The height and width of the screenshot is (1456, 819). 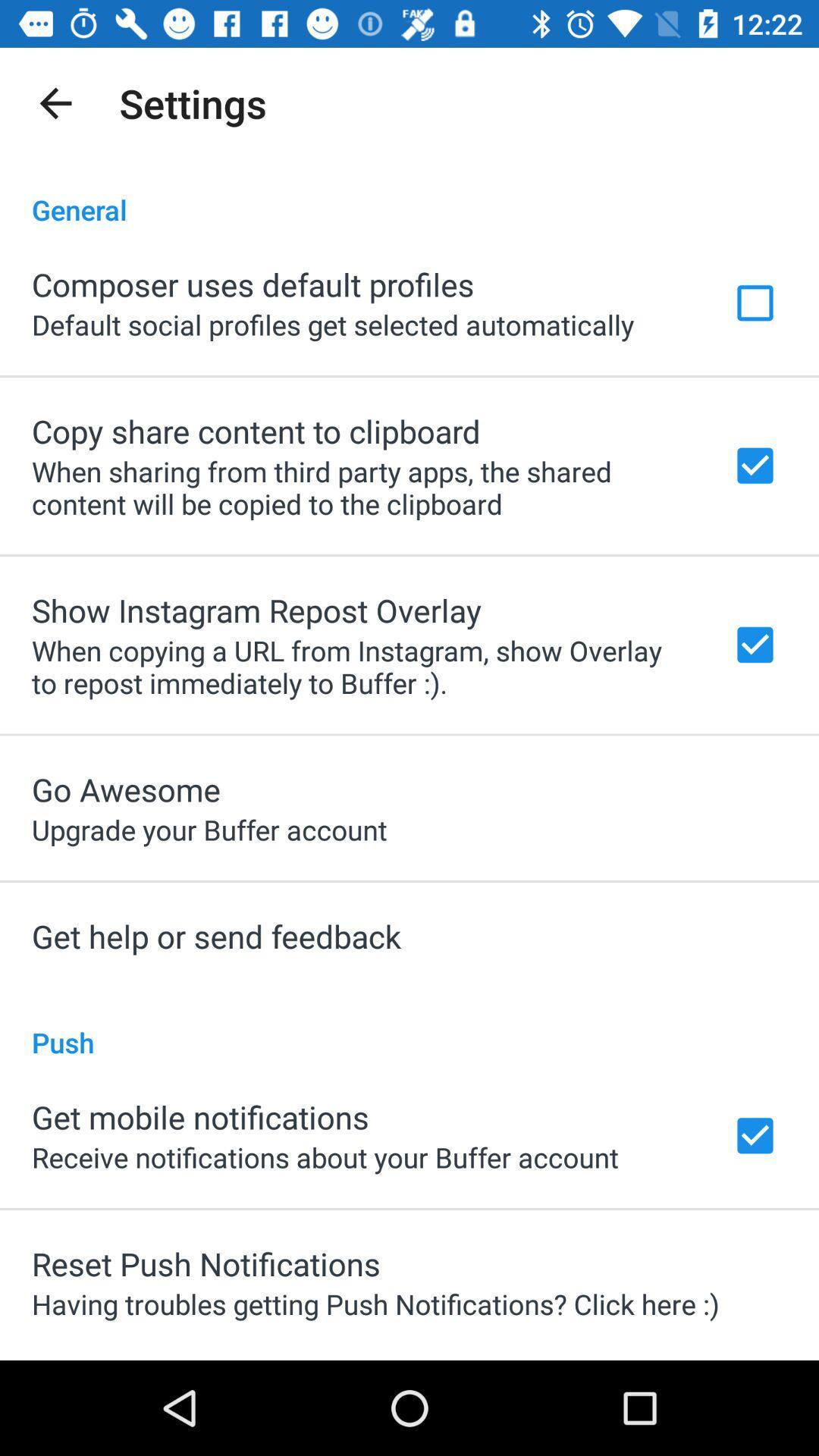 What do you see at coordinates (55, 102) in the screenshot?
I see `icon above the general` at bounding box center [55, 102].